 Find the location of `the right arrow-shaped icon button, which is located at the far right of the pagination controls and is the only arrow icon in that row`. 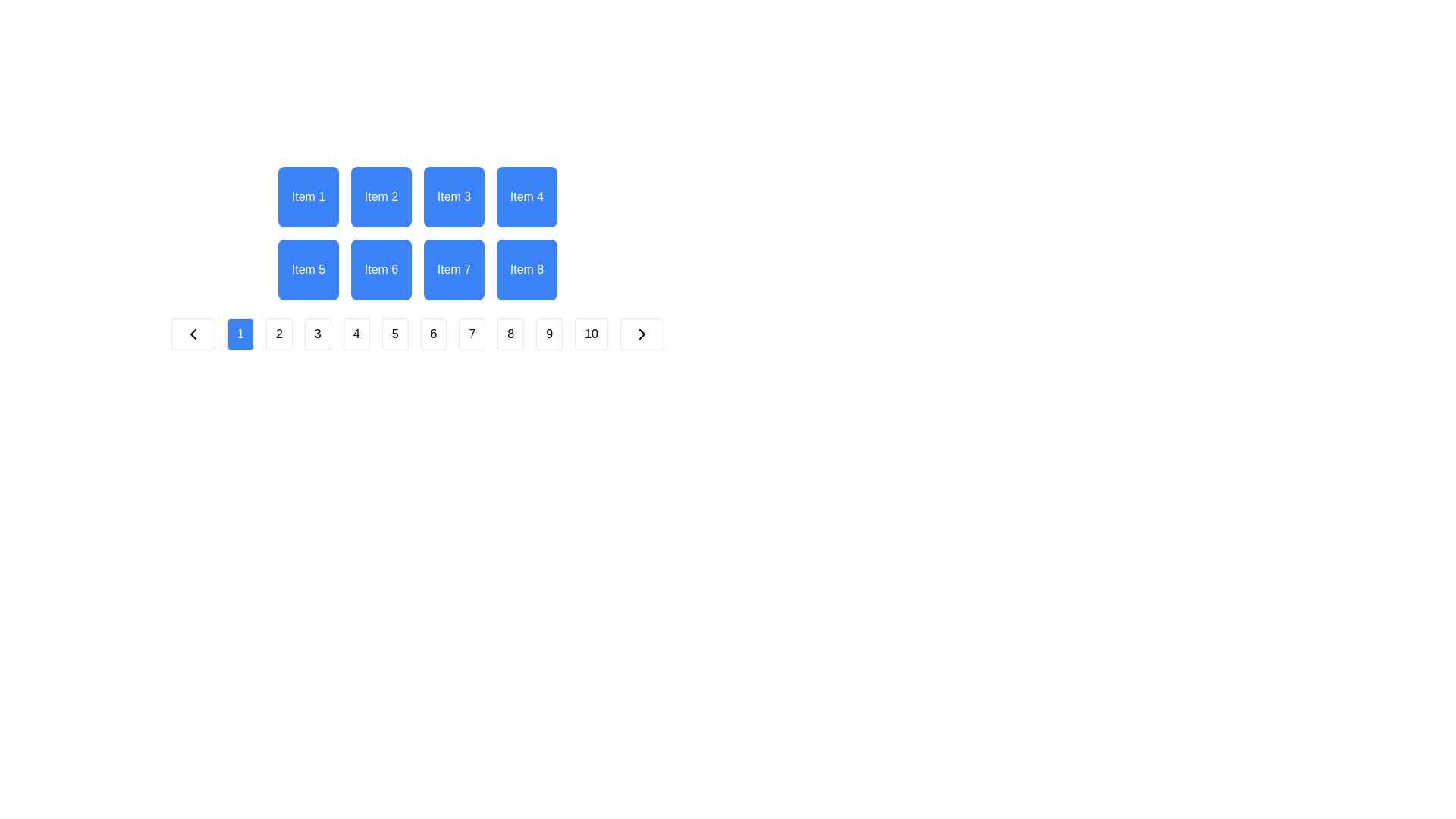

the right arrow-shaped icon button, which is located at the far right of the pagination controls and is the only arrow icon in that row is located at coordinates (642, 333).